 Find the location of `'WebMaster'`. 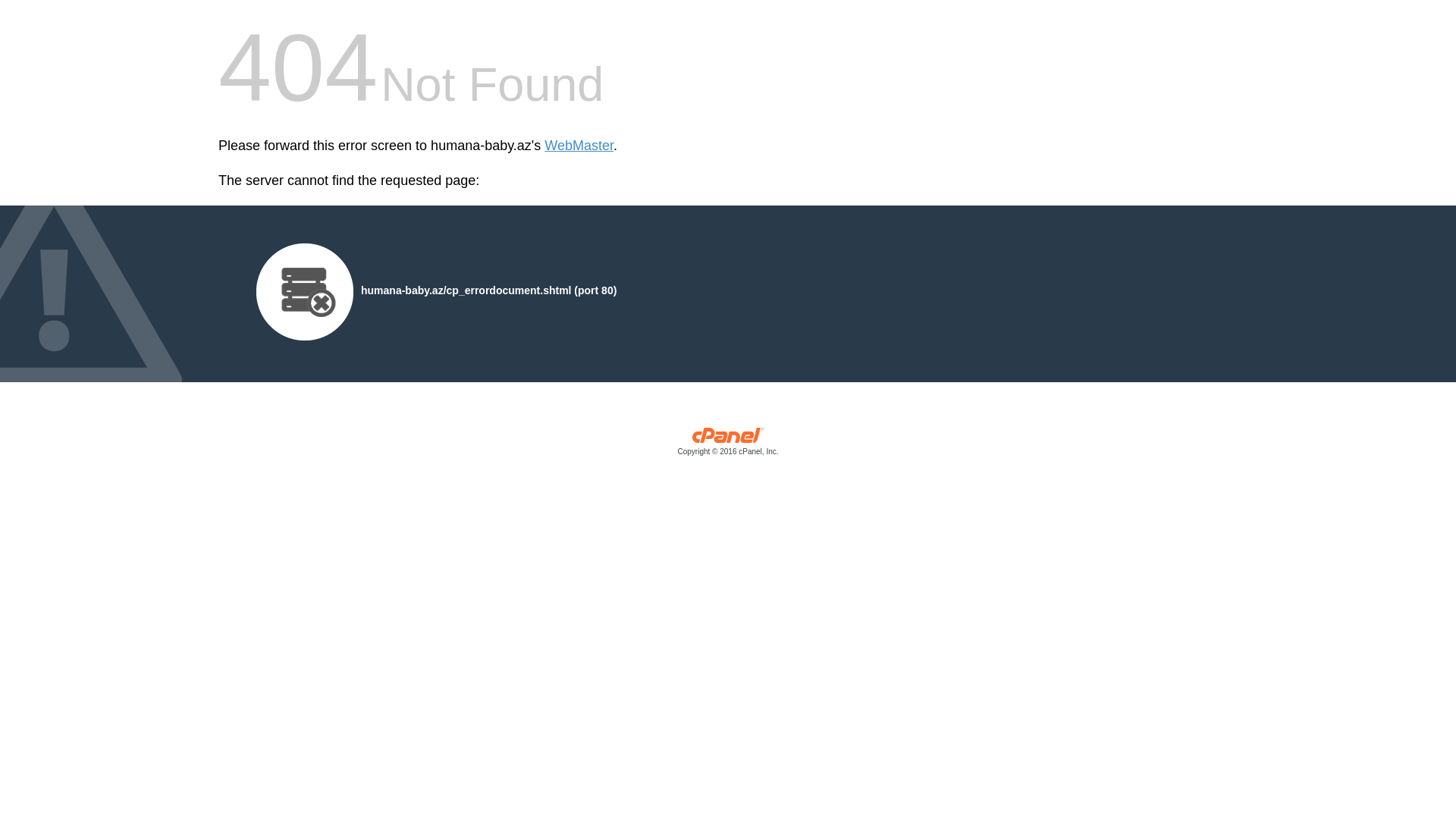

'WebMaster' is located at coordinates (578, 146).